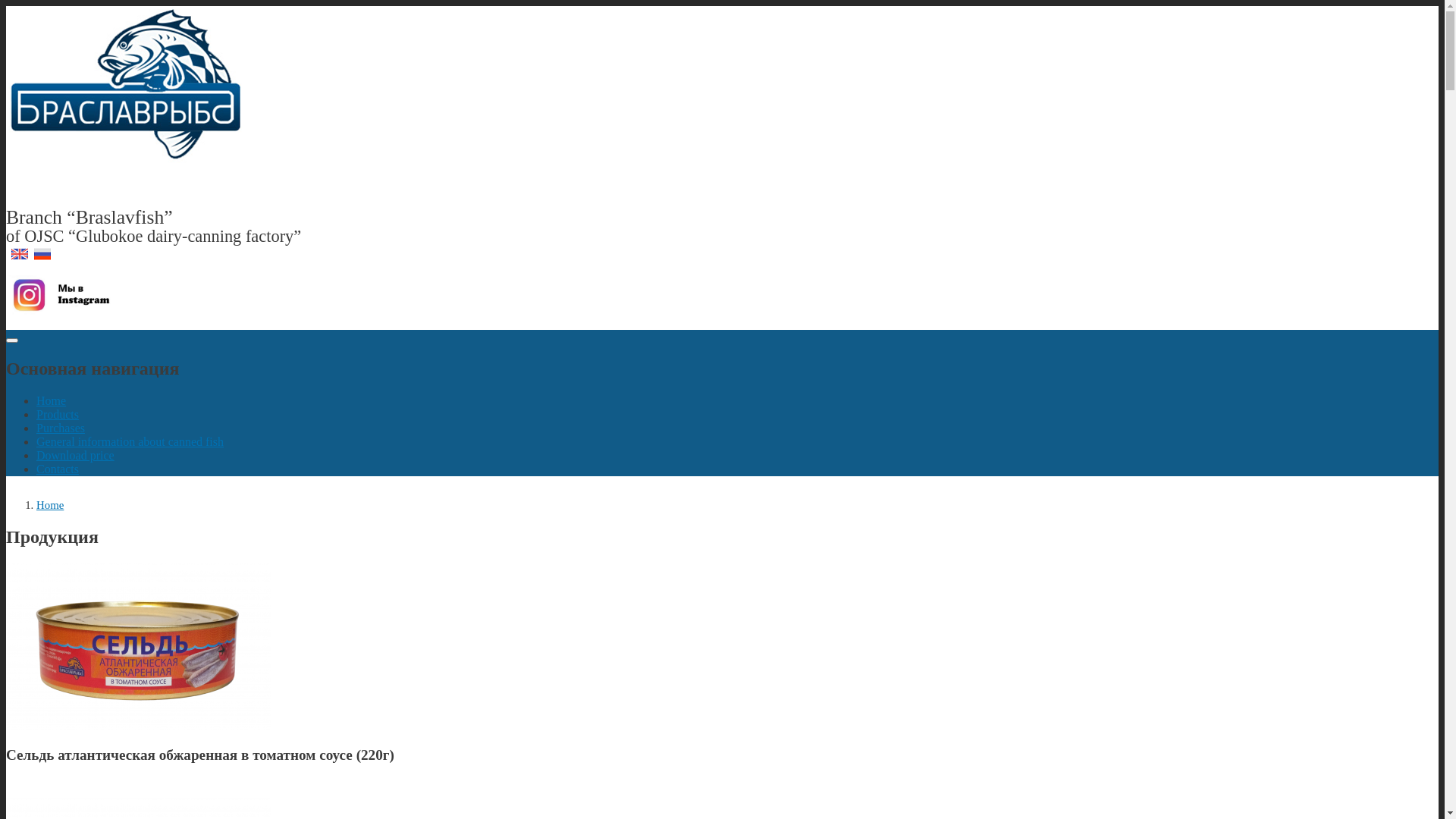  Describe the element at coordinates (36, 454) in the screenshot. I see `'Download price'` at that location.